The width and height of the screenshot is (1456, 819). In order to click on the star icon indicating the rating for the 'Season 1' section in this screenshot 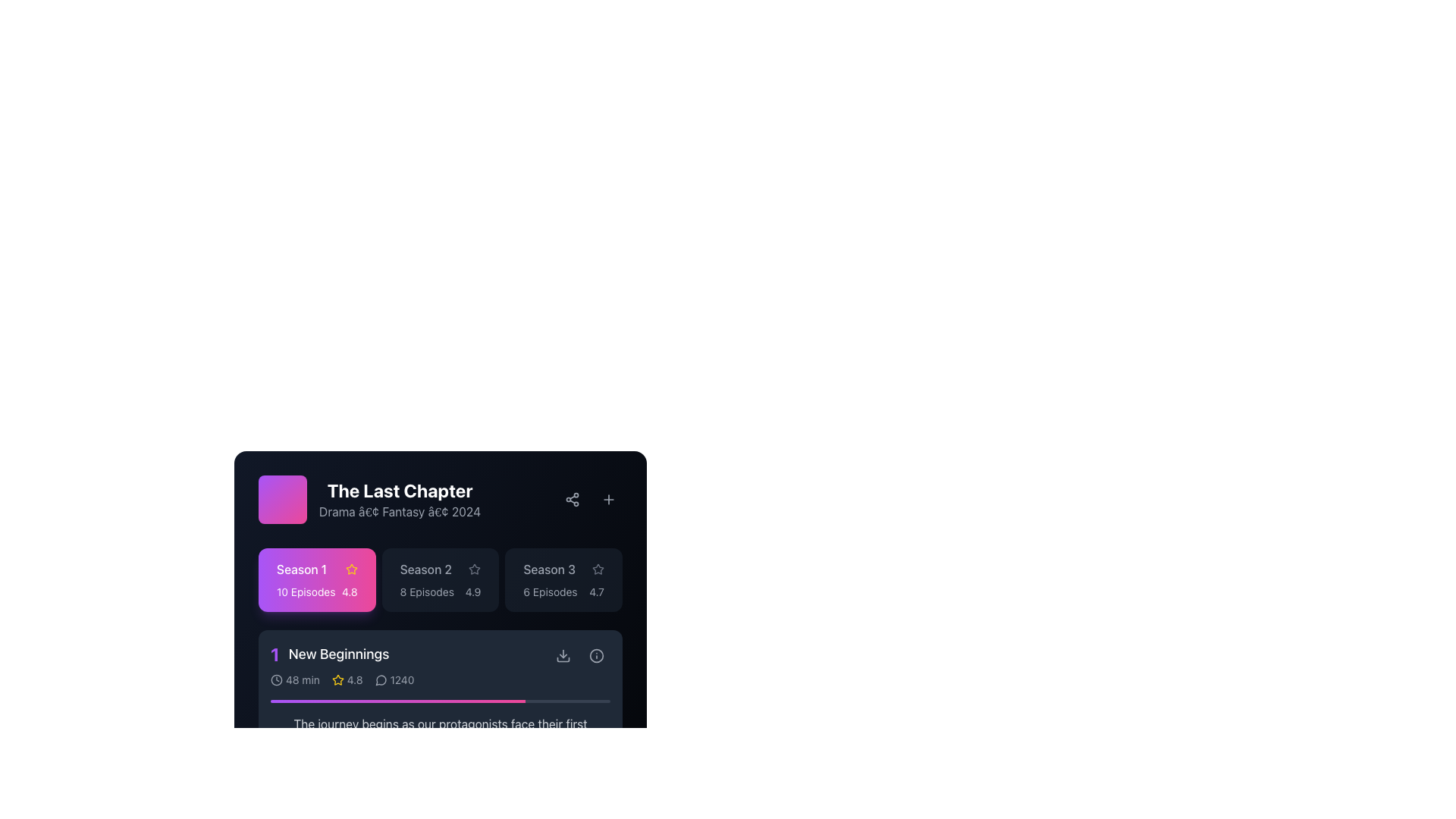, I will do `click(350, 569)`.